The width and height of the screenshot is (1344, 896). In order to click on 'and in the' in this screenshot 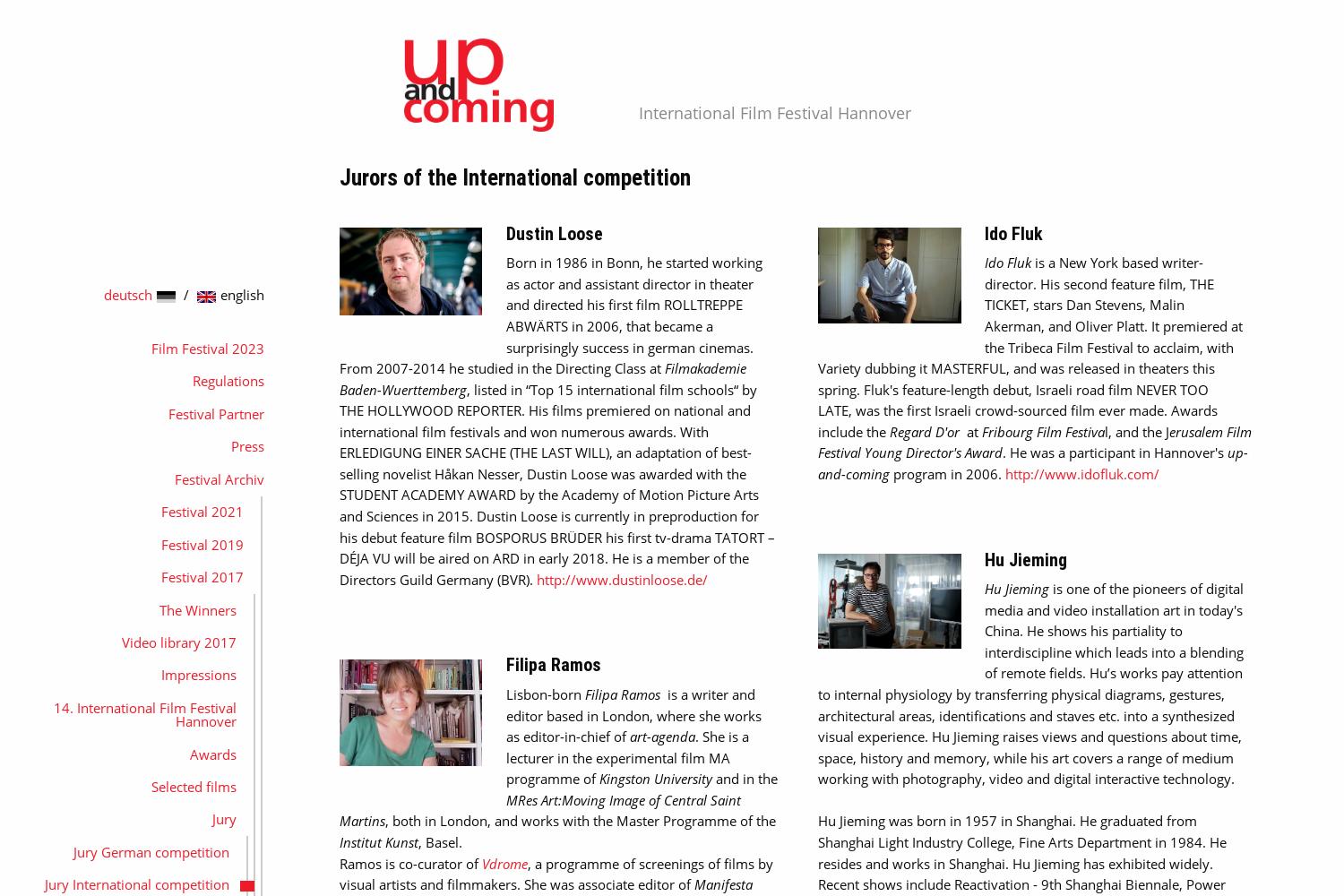, I will do `click(743, 778)`.